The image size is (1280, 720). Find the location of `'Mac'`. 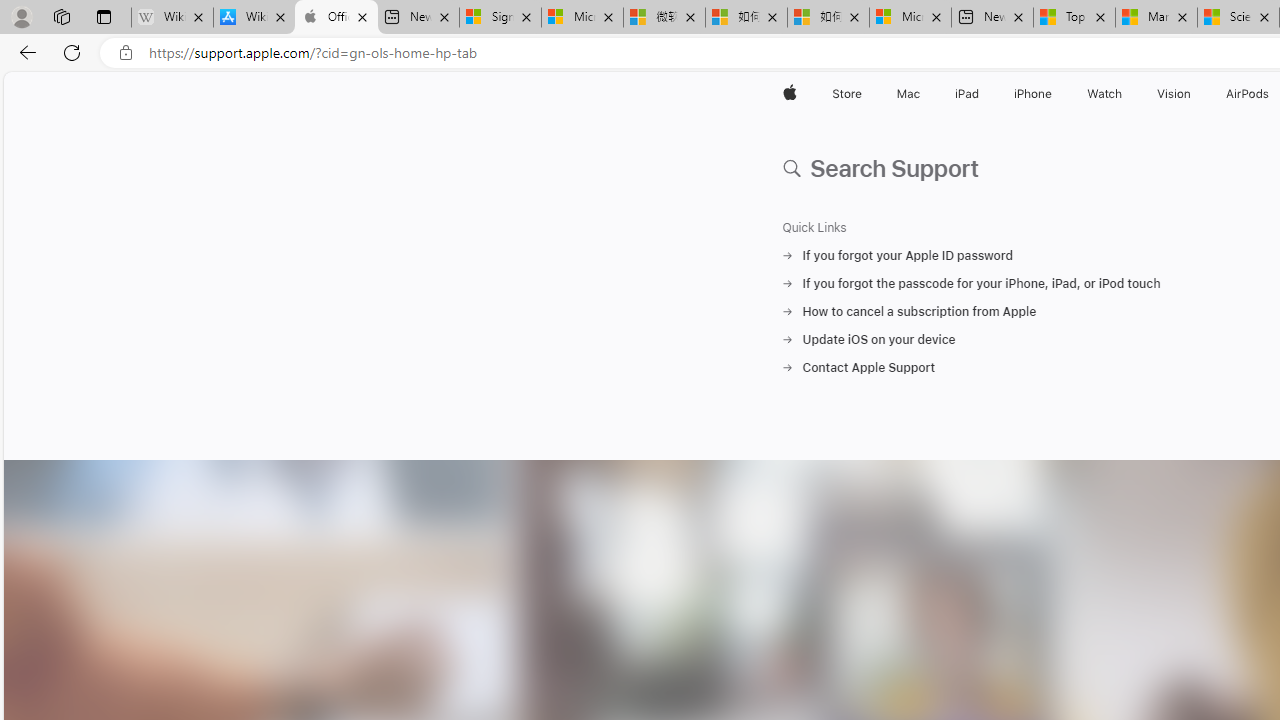

'Mac' is located at coordinates (907, 93).